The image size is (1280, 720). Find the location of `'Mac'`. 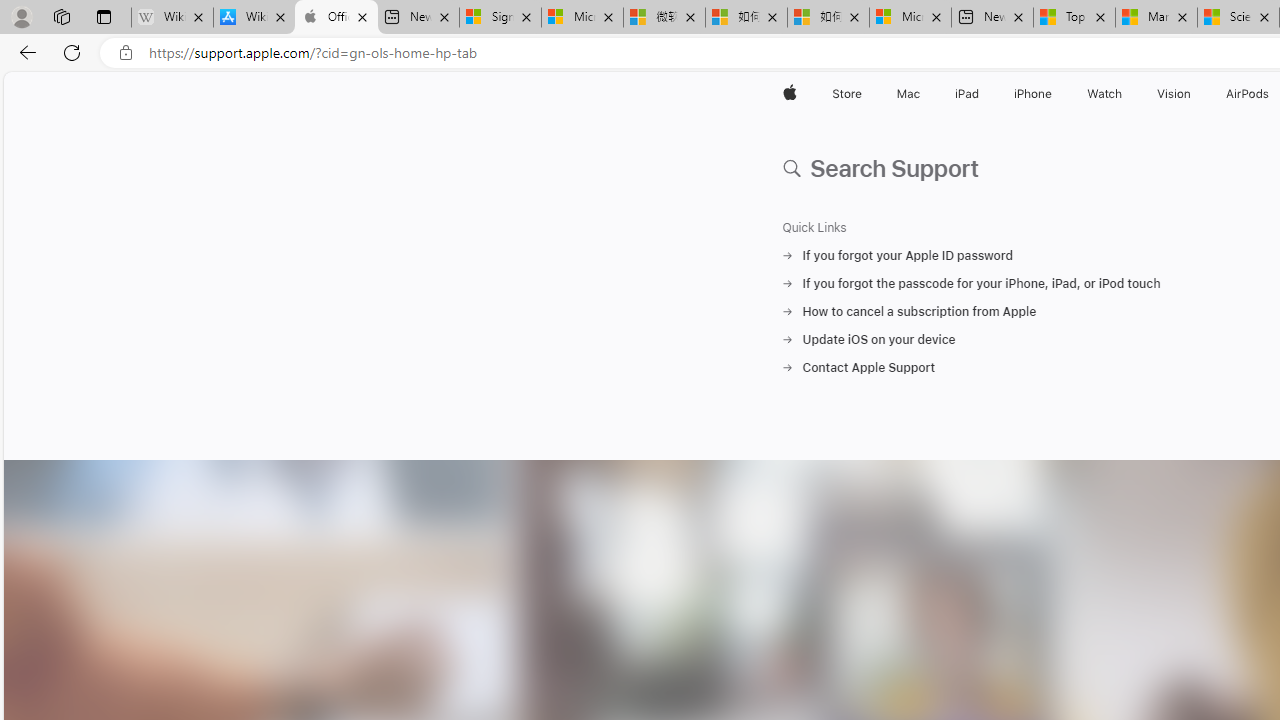

'Mac' is located at coordinates (907, 93).